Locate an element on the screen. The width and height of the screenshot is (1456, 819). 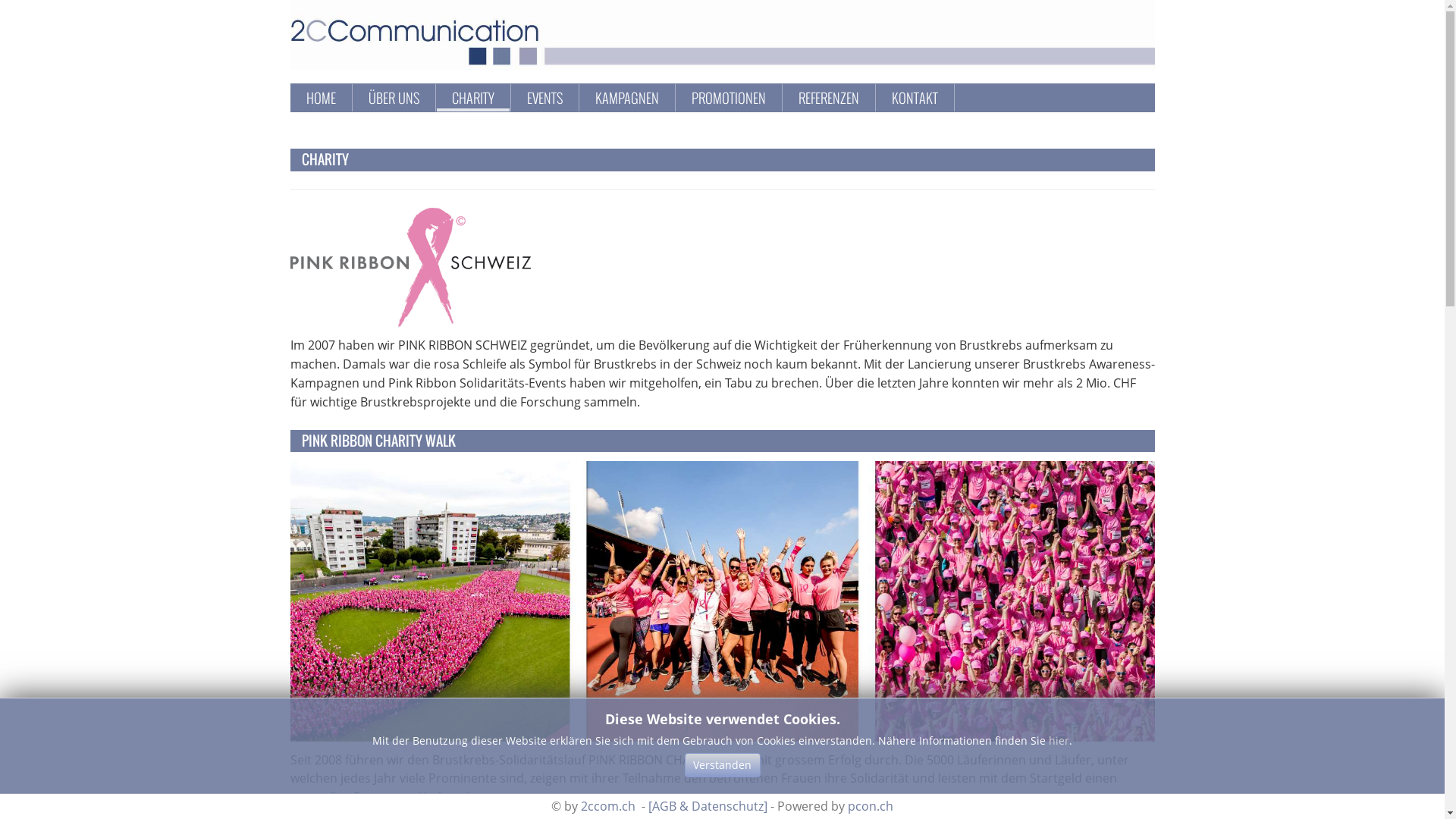
'[AGB & Datenschutz]' is located at coordinates (707, 805).